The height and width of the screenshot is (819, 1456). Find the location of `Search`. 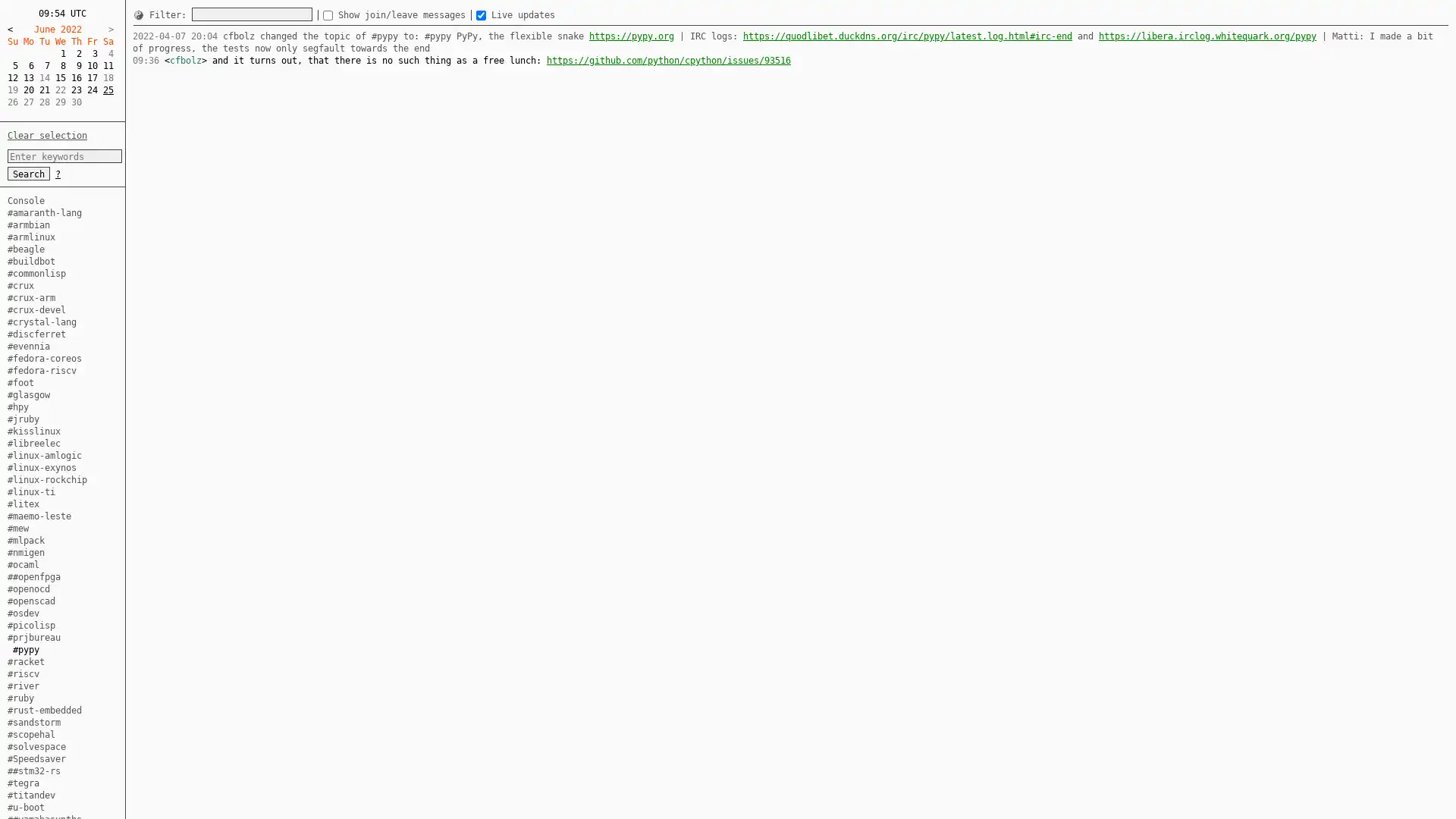

Search is located at coordinates (29, 172).